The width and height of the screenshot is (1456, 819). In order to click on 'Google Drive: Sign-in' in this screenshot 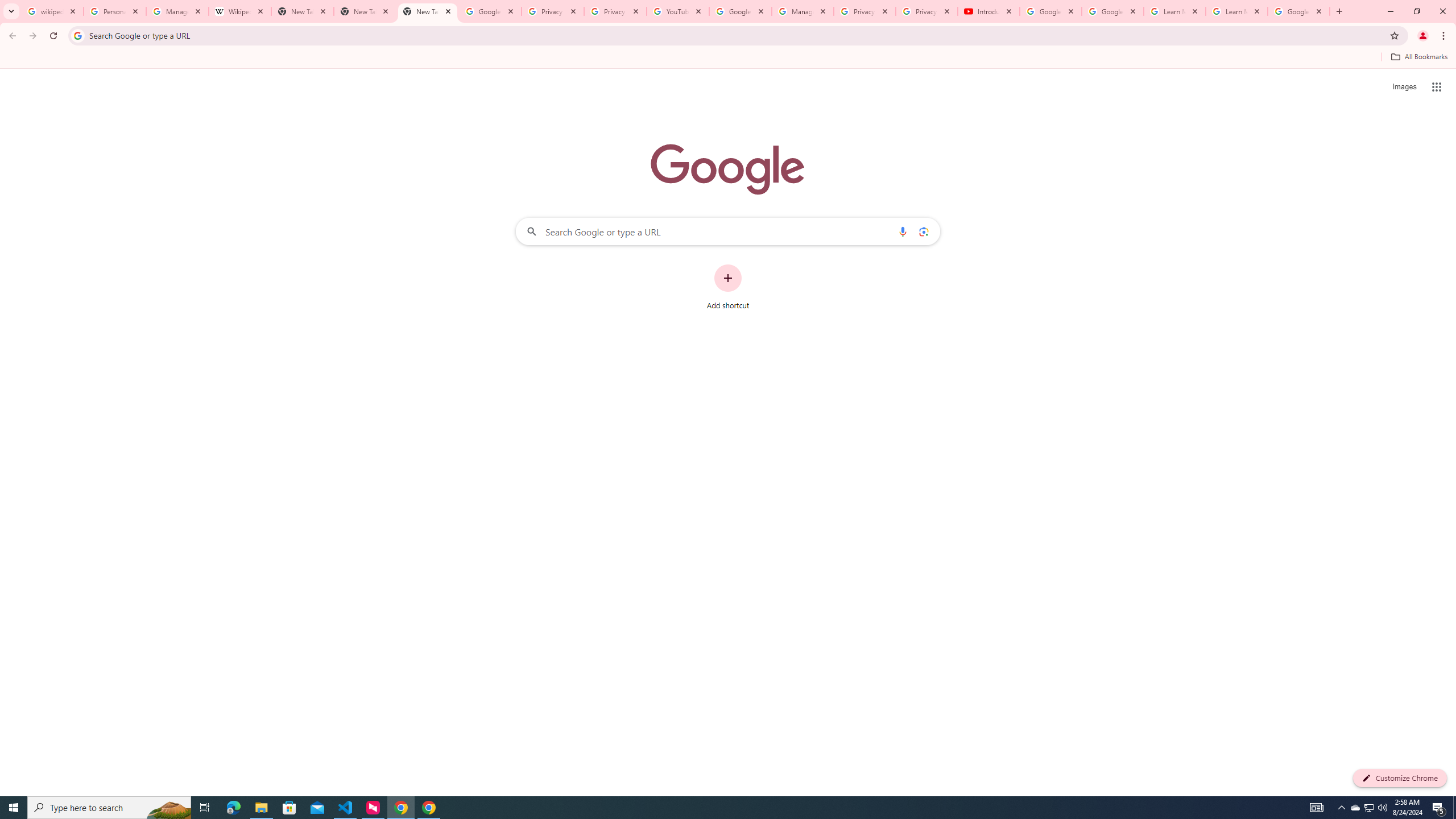, I will do `click(490, 11)`.